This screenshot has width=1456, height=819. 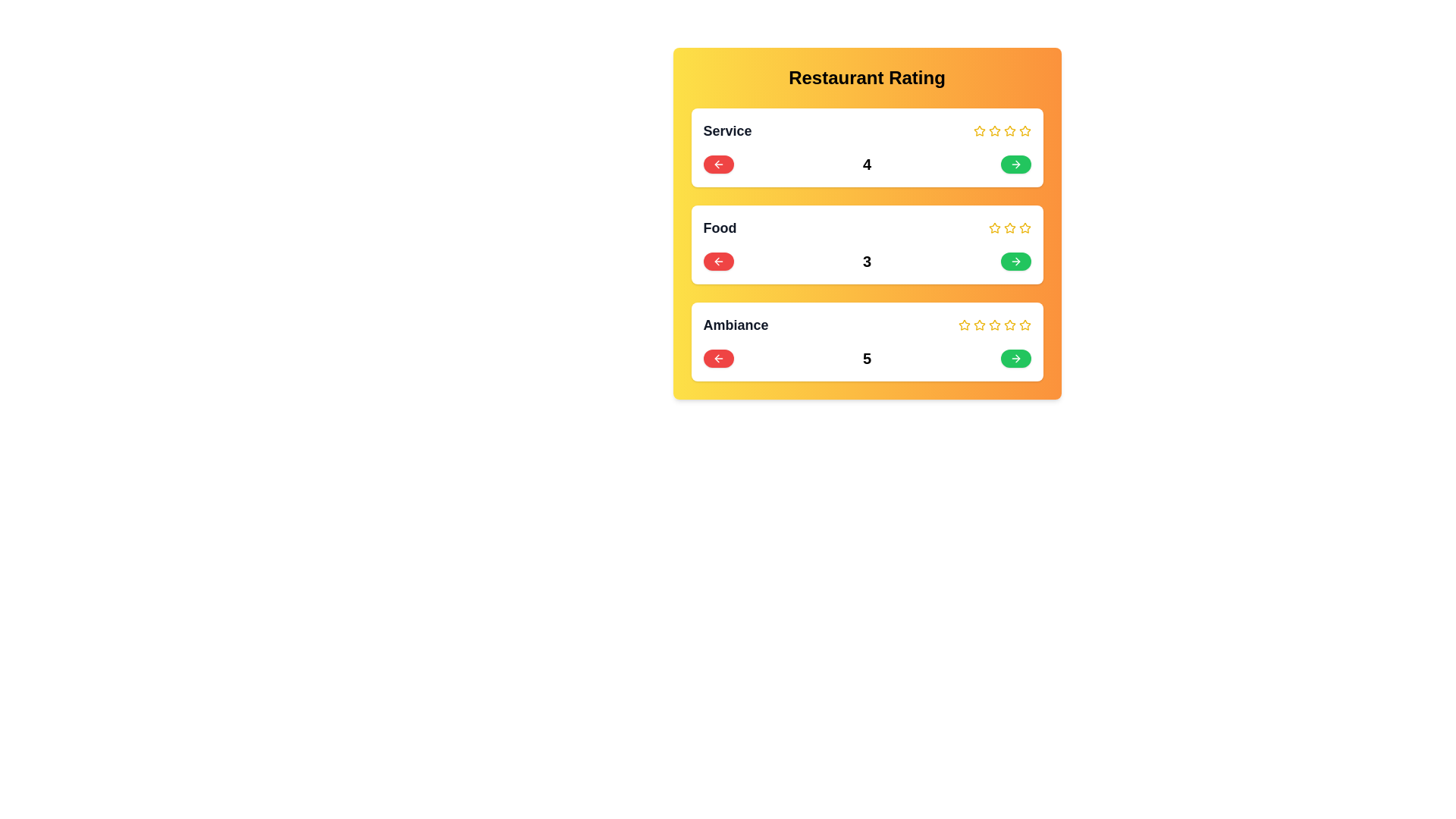 What do you see at coordinates (1025, 324) in the screenshot?
I see `on the fifth star in the rating system within the 'Ambiance' section` at bounding box center [1025, 324].